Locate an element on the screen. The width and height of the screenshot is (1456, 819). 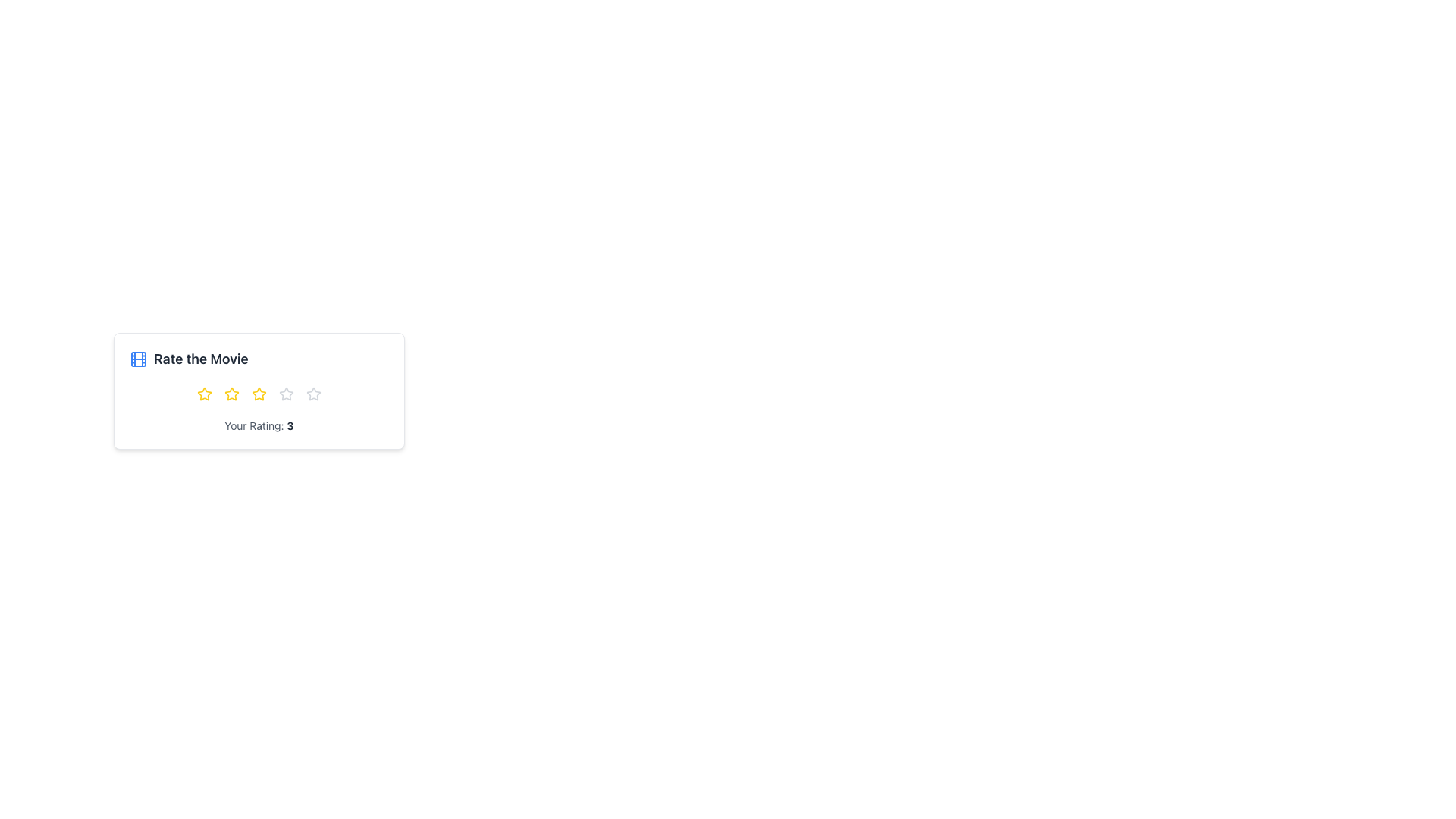
the third yellow outlined star icon with a hollow center in the rating section below the 'Rate the Movie' title is located at coordinates (259, 393).